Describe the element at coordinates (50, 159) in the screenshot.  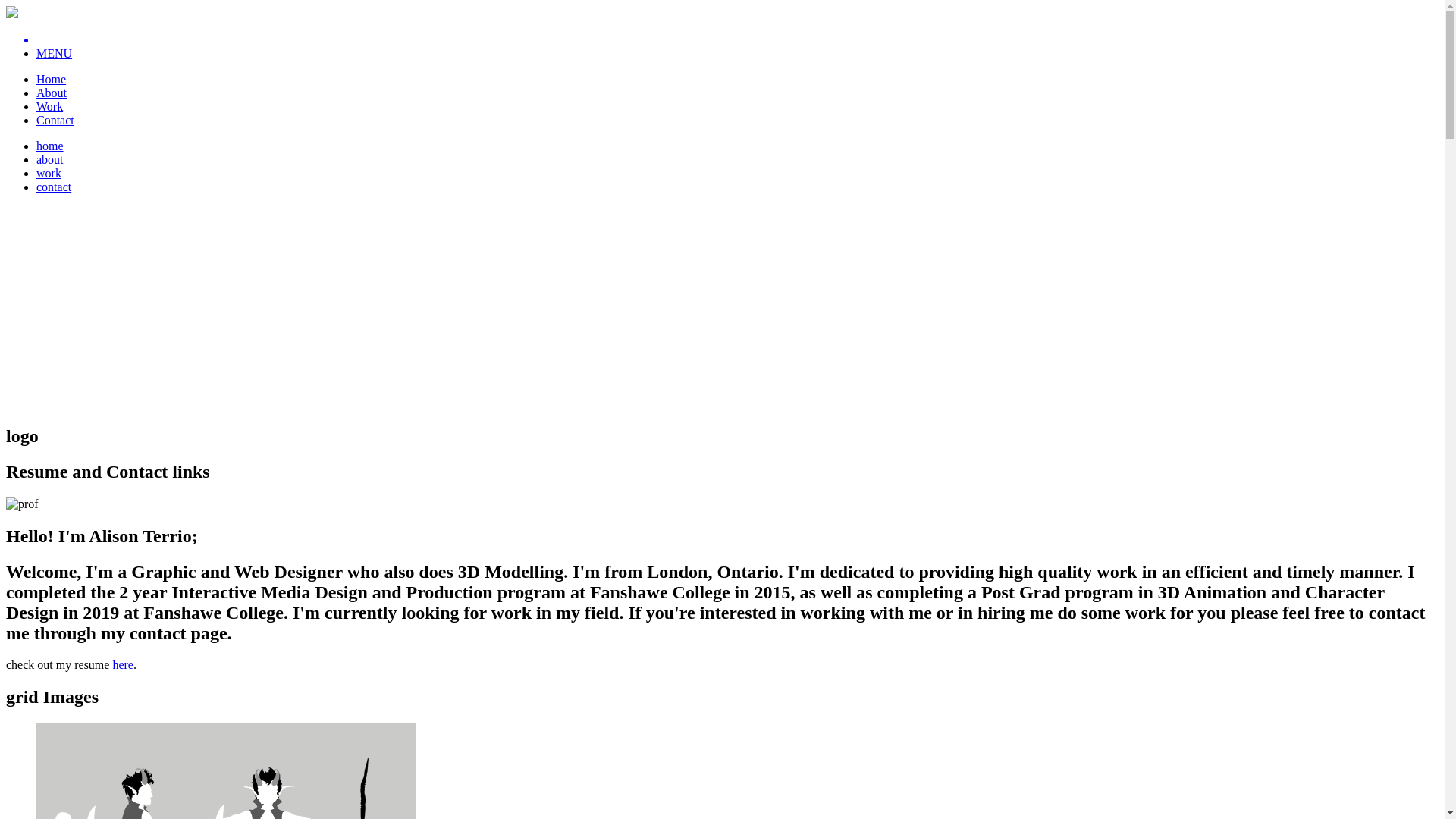
I see `'about'` at that location.